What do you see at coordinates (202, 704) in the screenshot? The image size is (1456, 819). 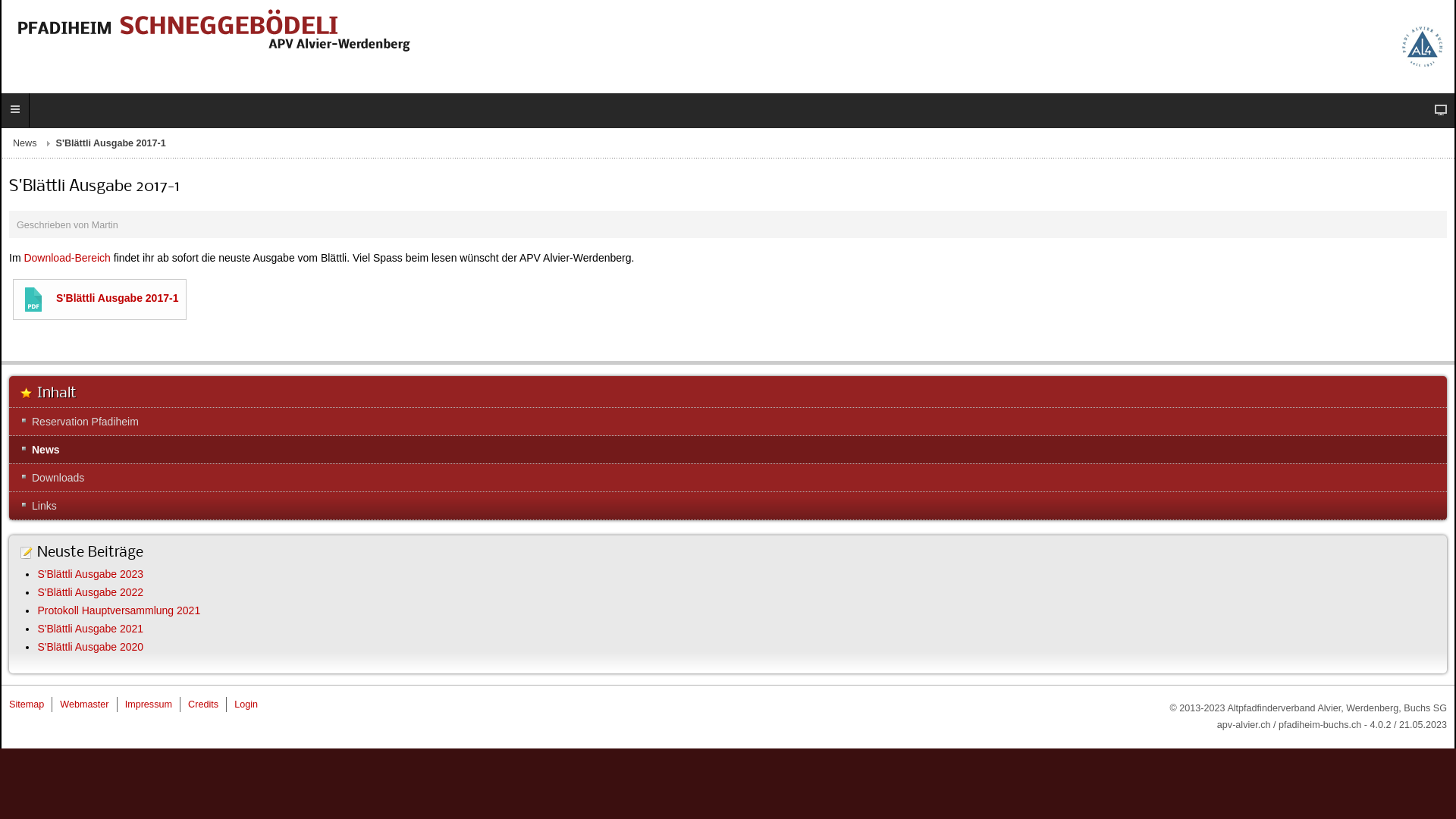 I see `'Credits'` at bounding box center [202, 704].